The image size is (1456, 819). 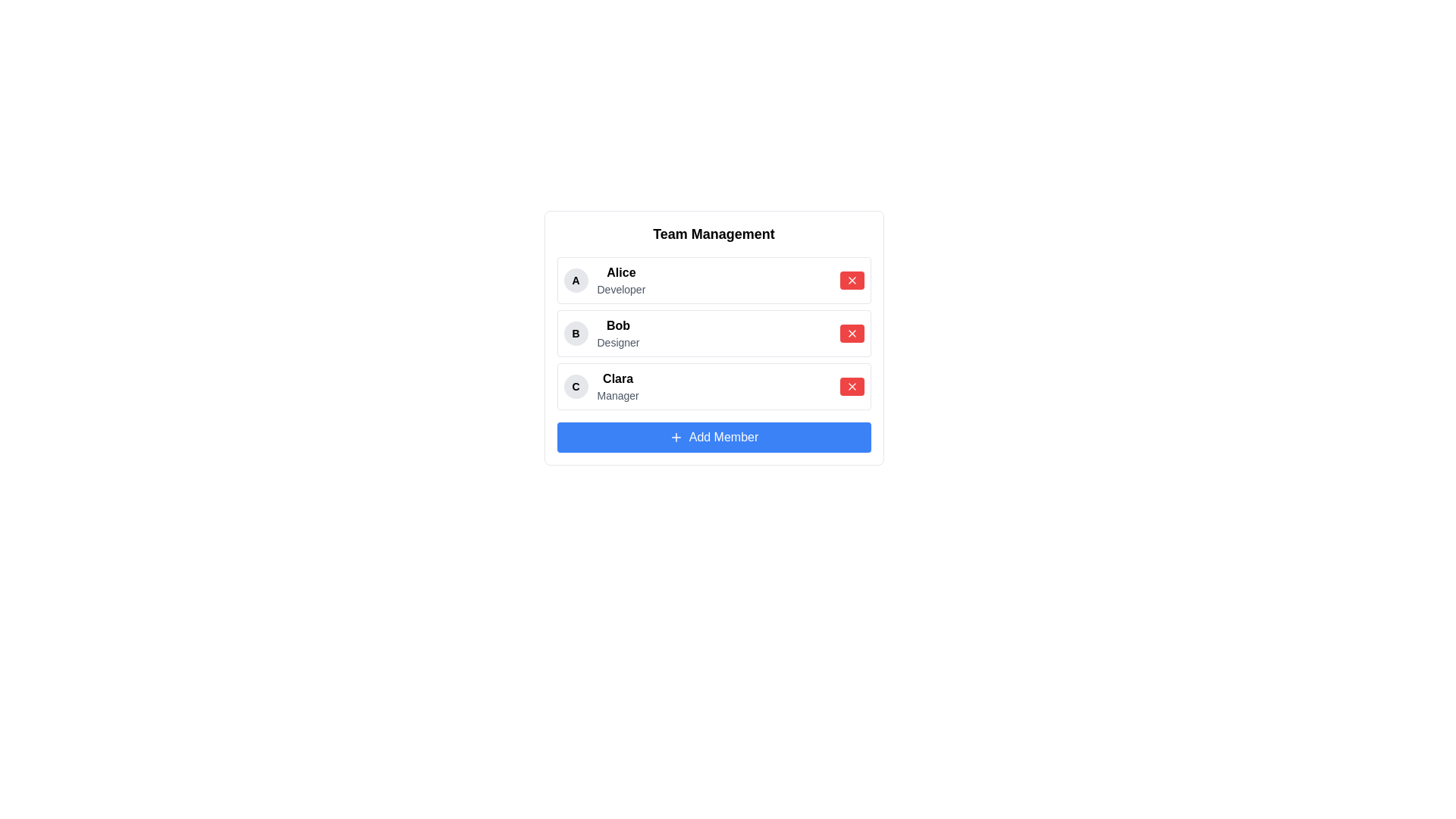 What do you see at coordinates (852, 332) in the screenshot?
I see `the red delete button with an 'X' icon corresponding to the user 'Bob Designer' in the list view` at bounding box center [852, 332].